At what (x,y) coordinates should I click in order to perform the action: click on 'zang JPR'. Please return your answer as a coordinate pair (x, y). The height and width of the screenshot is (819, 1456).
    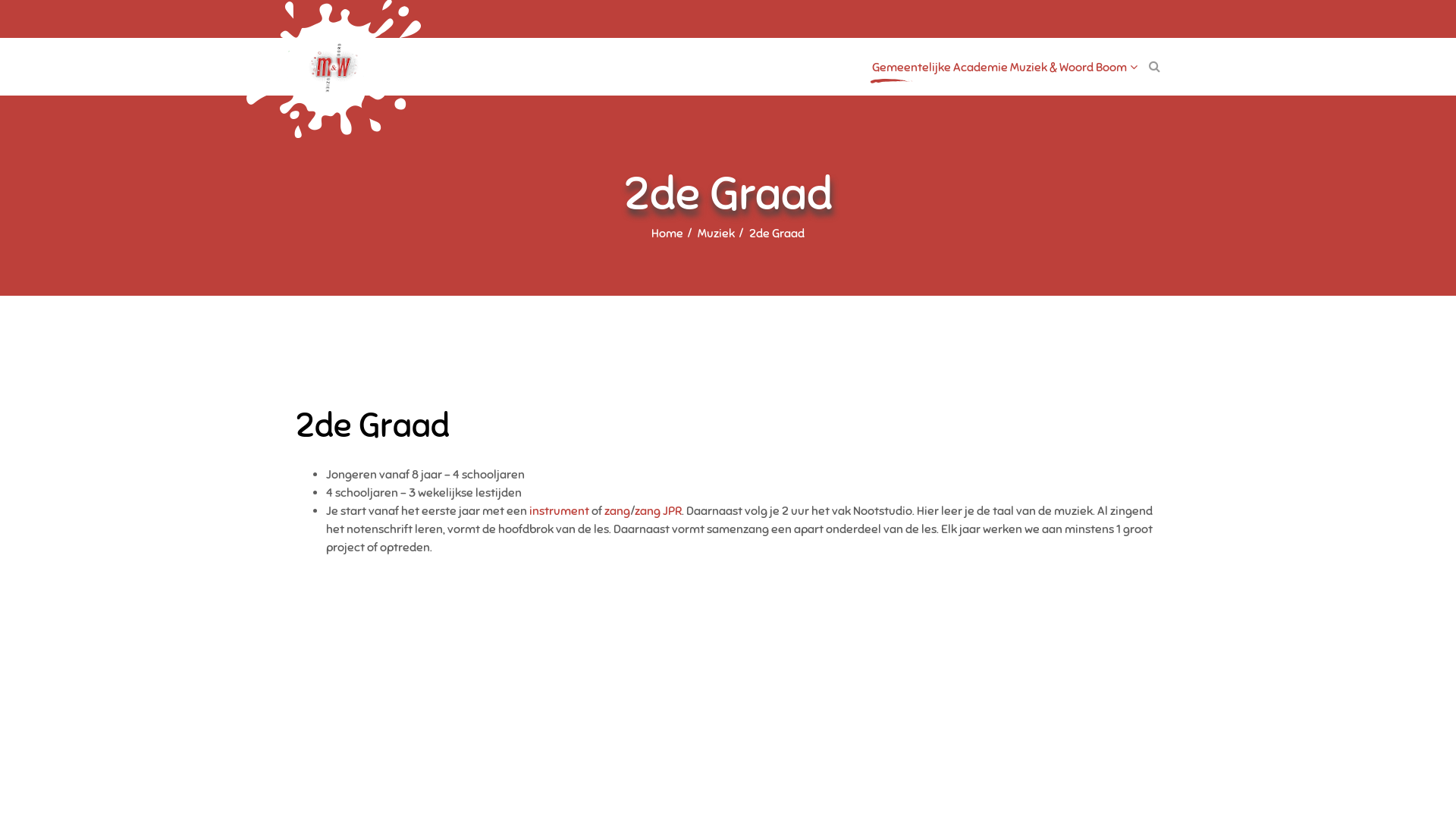
    Looking at the image, I should click on (658, 511).